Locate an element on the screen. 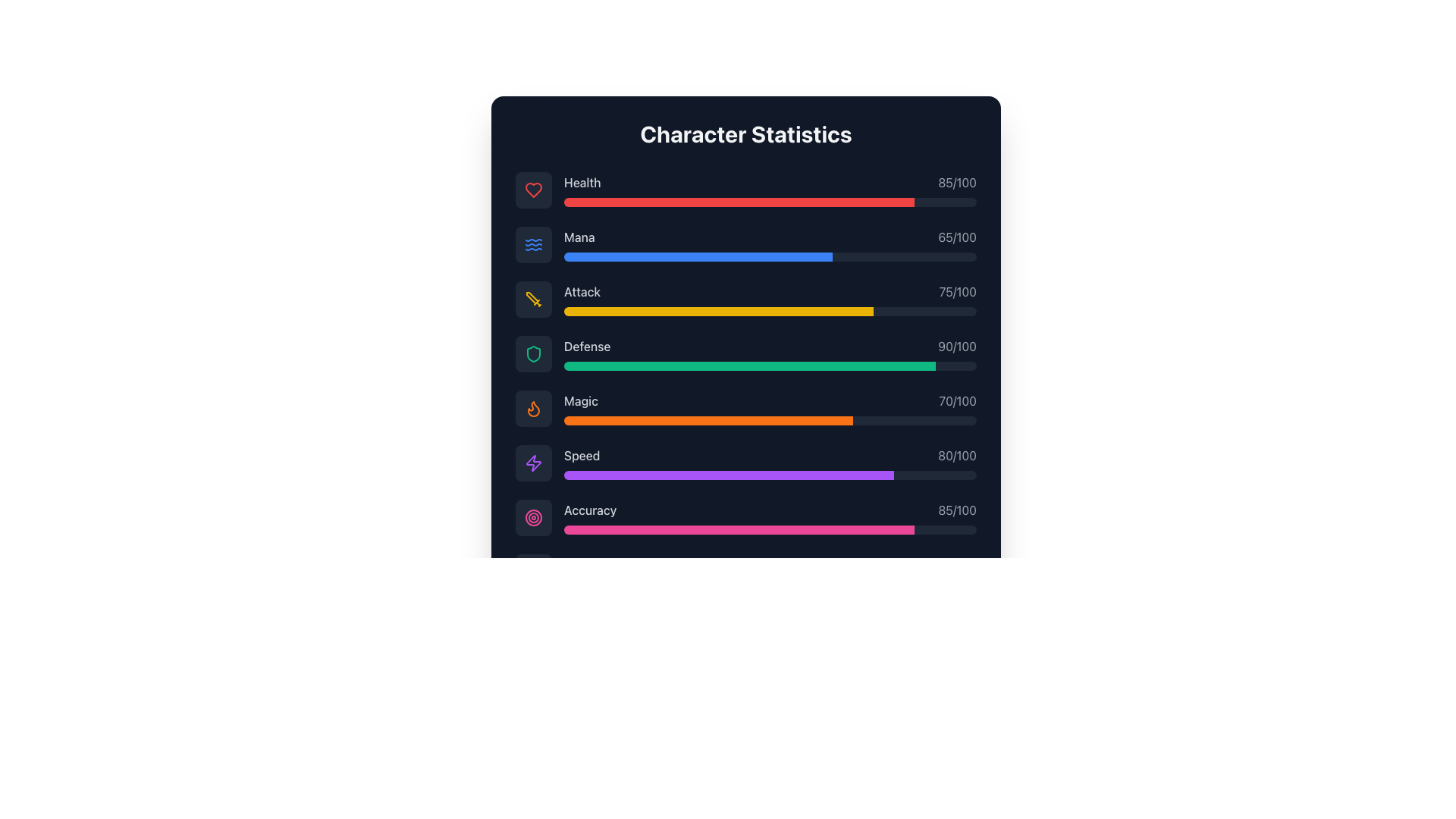  the progress bar representing the 'Magic' statistic, which is centrally aligned under the 'Character Statistics' subtitle is located at coordinates (708, 421).